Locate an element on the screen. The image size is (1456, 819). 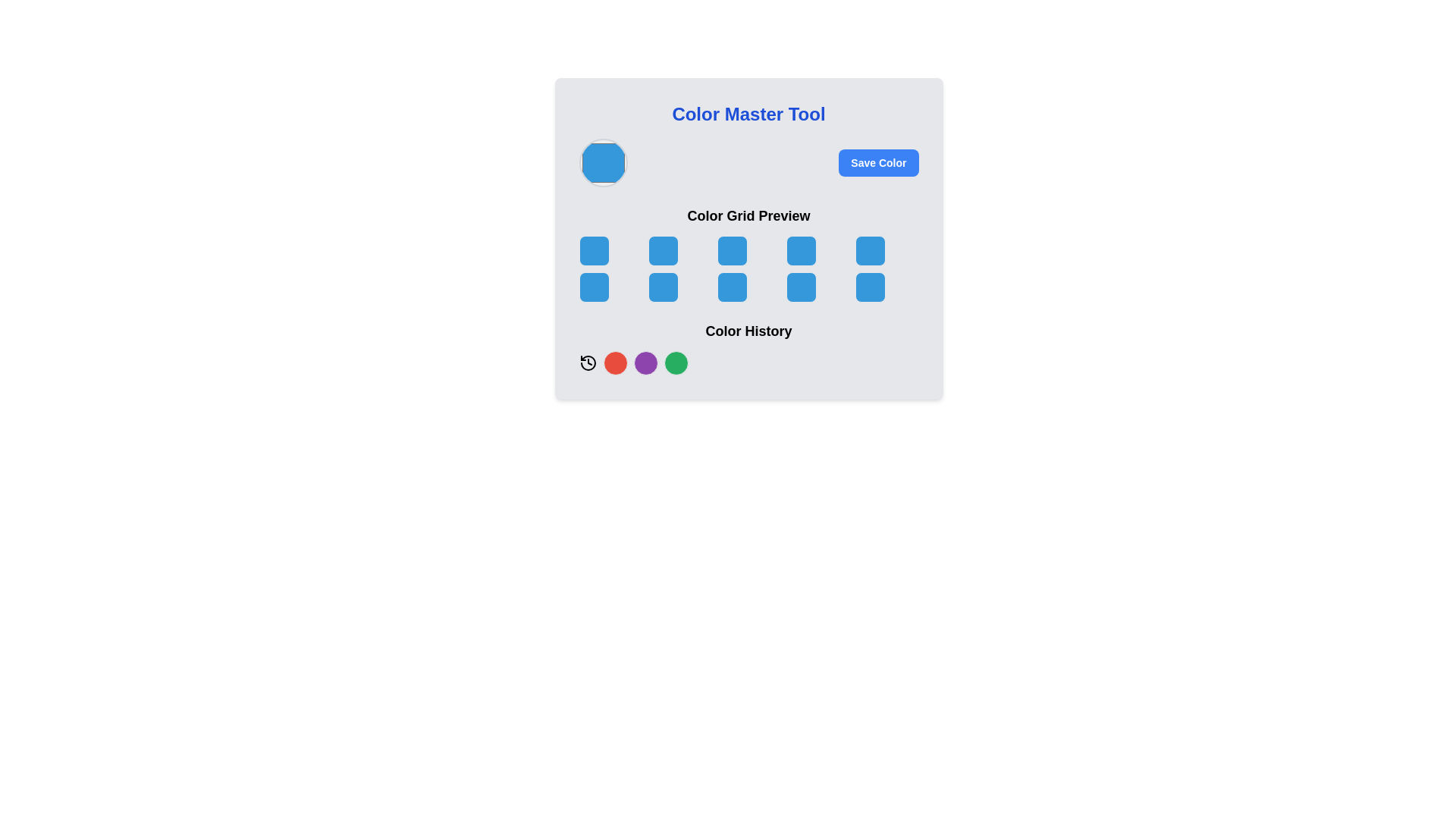
the inactive button styled as a grid item in the top-left corner of the 'Color Grid Preview' section to possibly select or edit a color is located at coordinates (593, 250).